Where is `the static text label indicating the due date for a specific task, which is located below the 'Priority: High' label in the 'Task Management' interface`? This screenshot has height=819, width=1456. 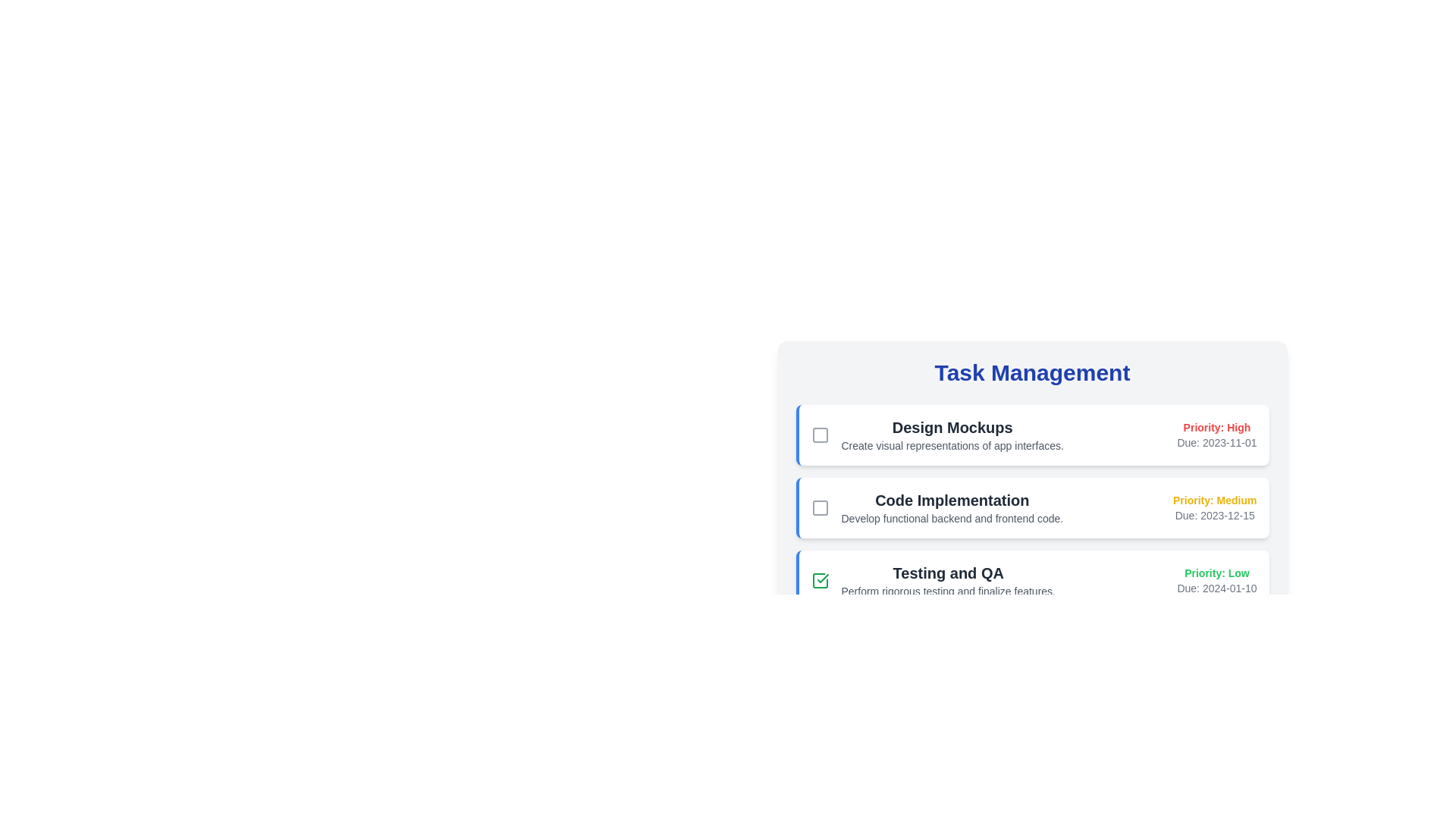 the static text label indicating the due date for a specific task, which is located below the 'Priority: High' label in the 'Task Management' interface is located at coordinates (1216, 442).